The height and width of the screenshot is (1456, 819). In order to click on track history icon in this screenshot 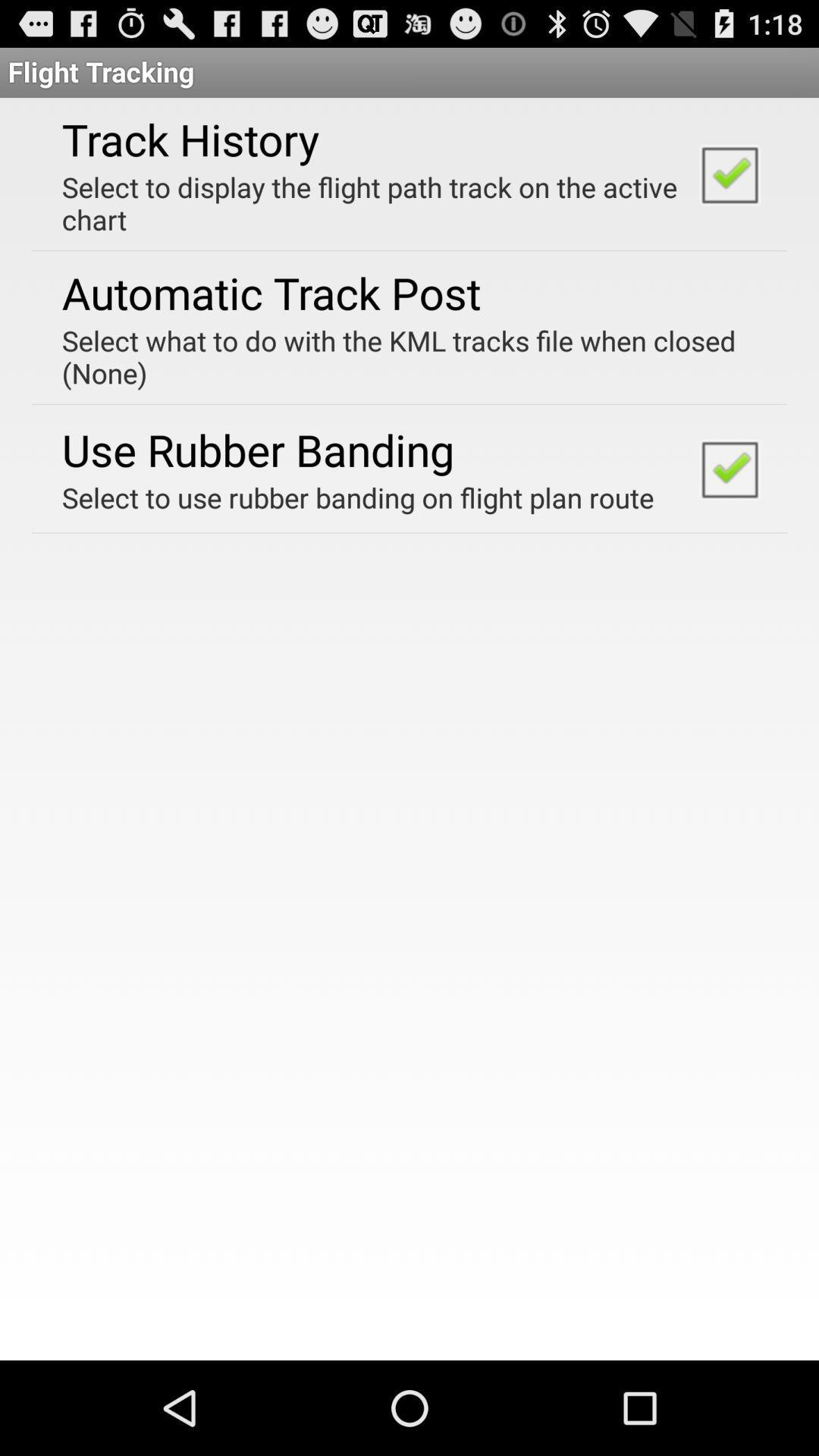, I will do `click(190, 139)`.